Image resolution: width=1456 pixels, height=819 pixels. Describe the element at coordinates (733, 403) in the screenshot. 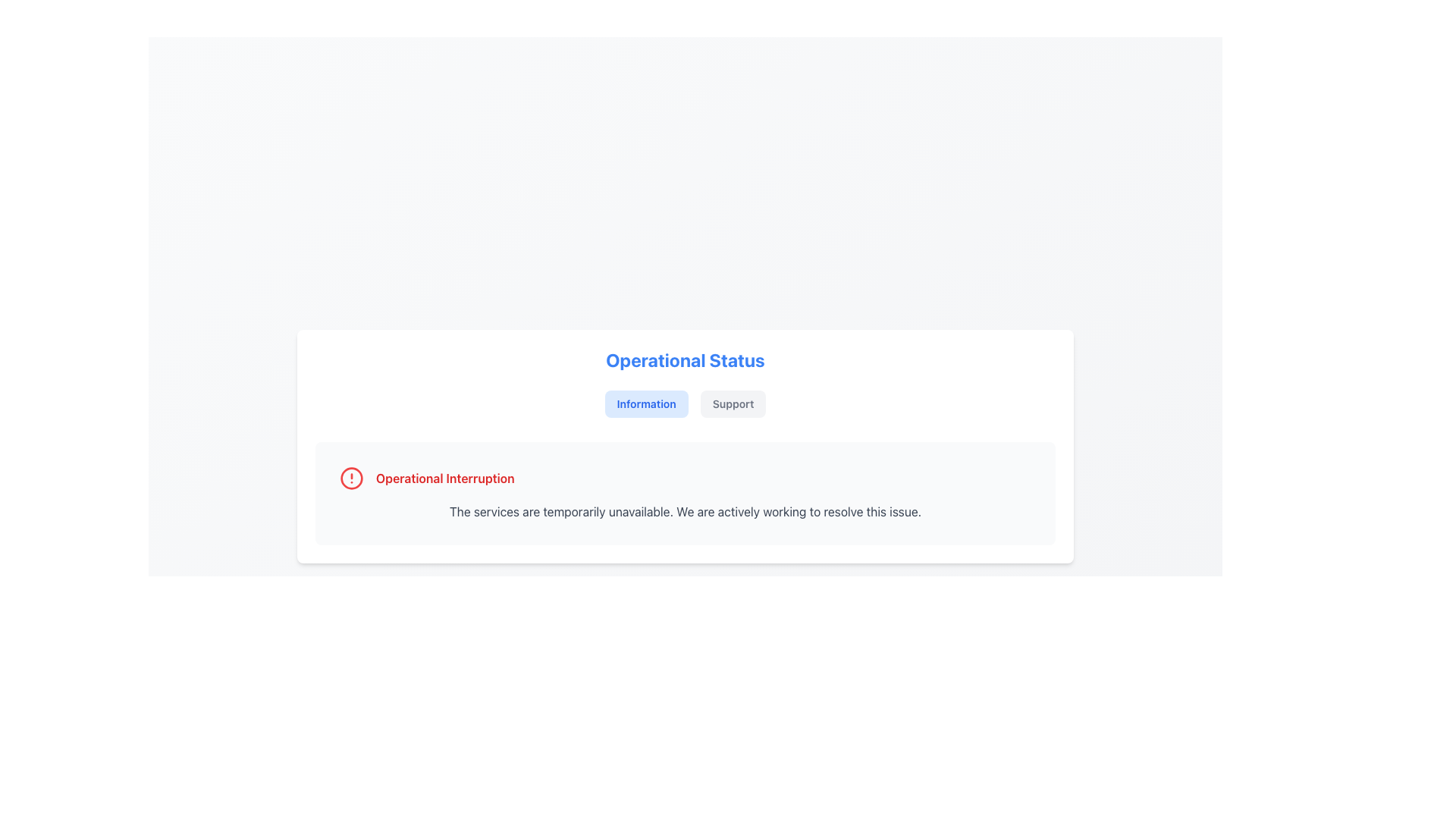

I see `the navigation button located to the right of the 'Information' button, which is centered below the 'Operational Status' heading` at that location.